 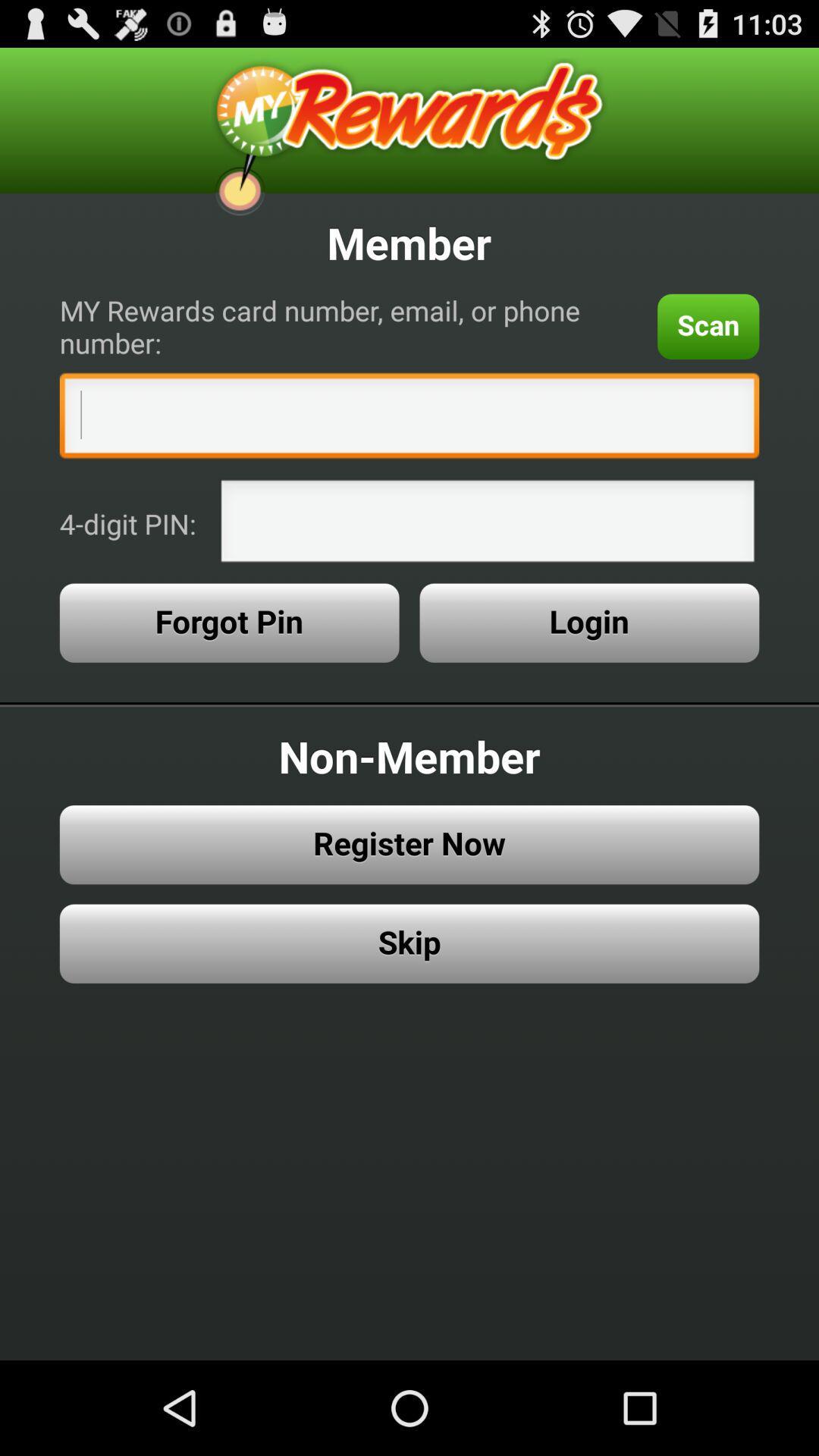 What do you see at coordinates (588, 623) in the screenshot?
I see `the icon next to the forgot pin` at bounding box center [588, 623].